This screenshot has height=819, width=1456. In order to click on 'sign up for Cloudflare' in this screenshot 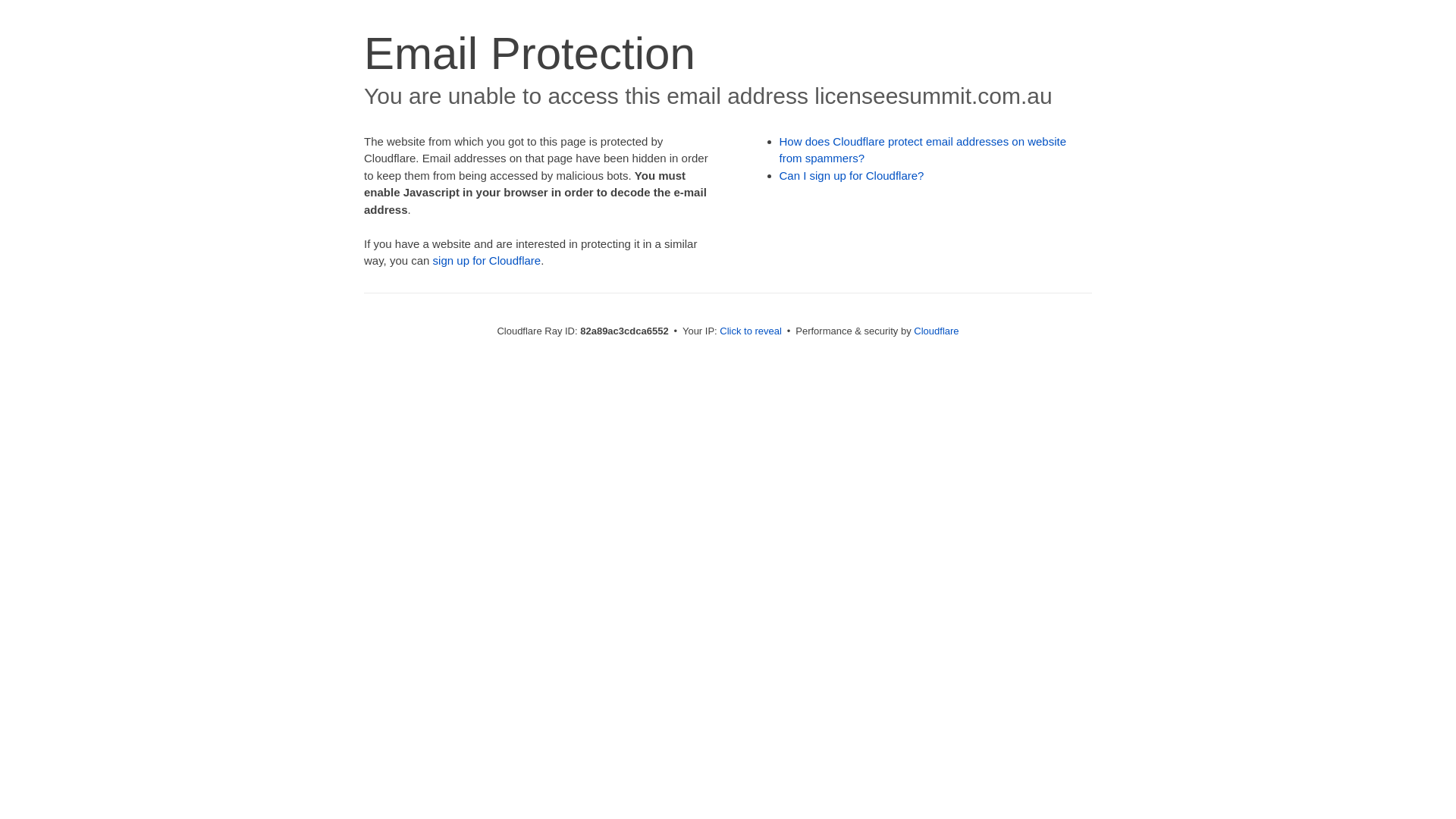, I will do `click(487, 259)`.